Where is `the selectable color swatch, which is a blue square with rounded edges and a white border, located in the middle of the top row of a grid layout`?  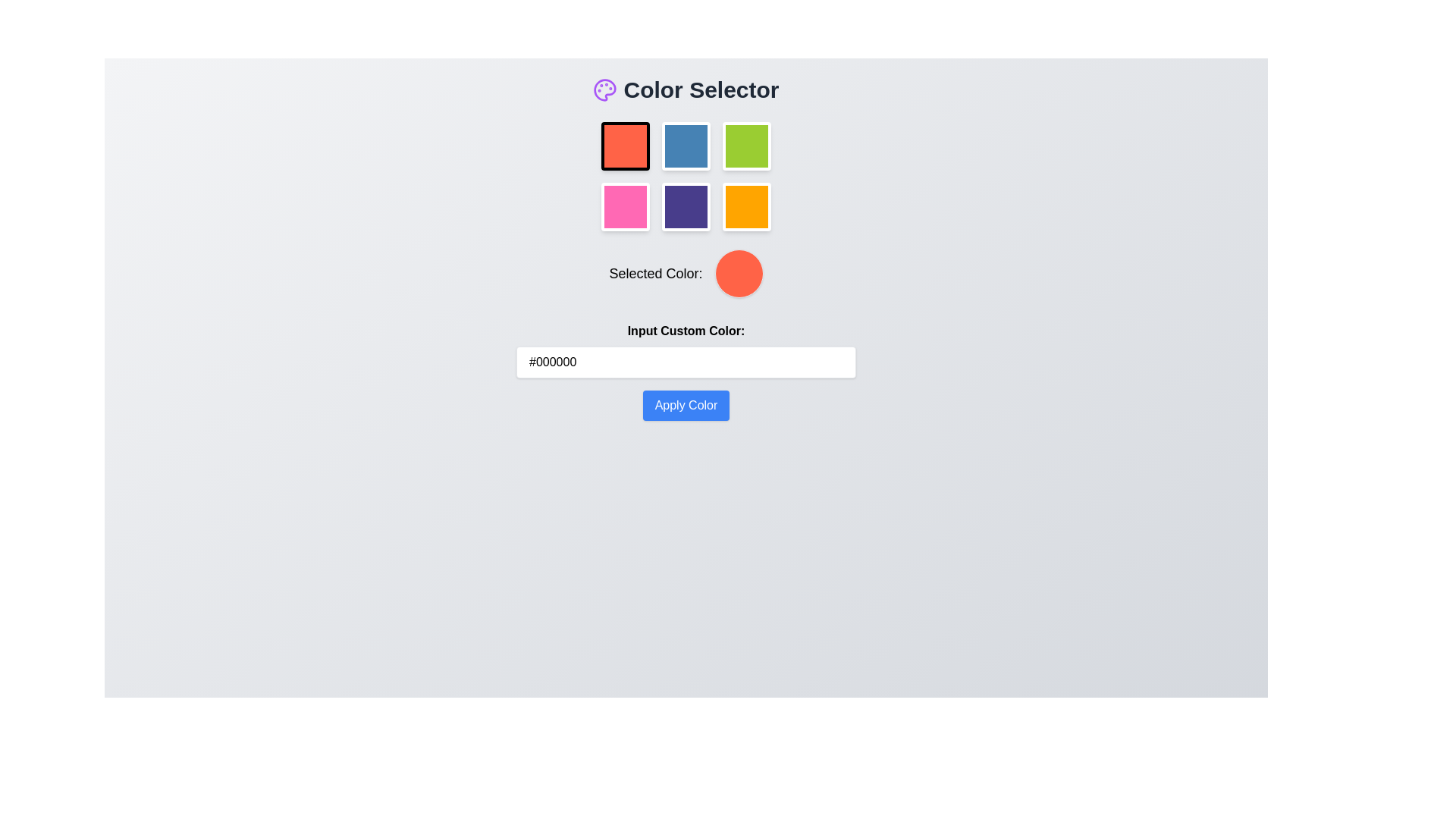
the selectable color swatch, which is a blue square with rounded edges and a white border, located in the middle of the top row of a grid layout is located at coordinates (686, 146).